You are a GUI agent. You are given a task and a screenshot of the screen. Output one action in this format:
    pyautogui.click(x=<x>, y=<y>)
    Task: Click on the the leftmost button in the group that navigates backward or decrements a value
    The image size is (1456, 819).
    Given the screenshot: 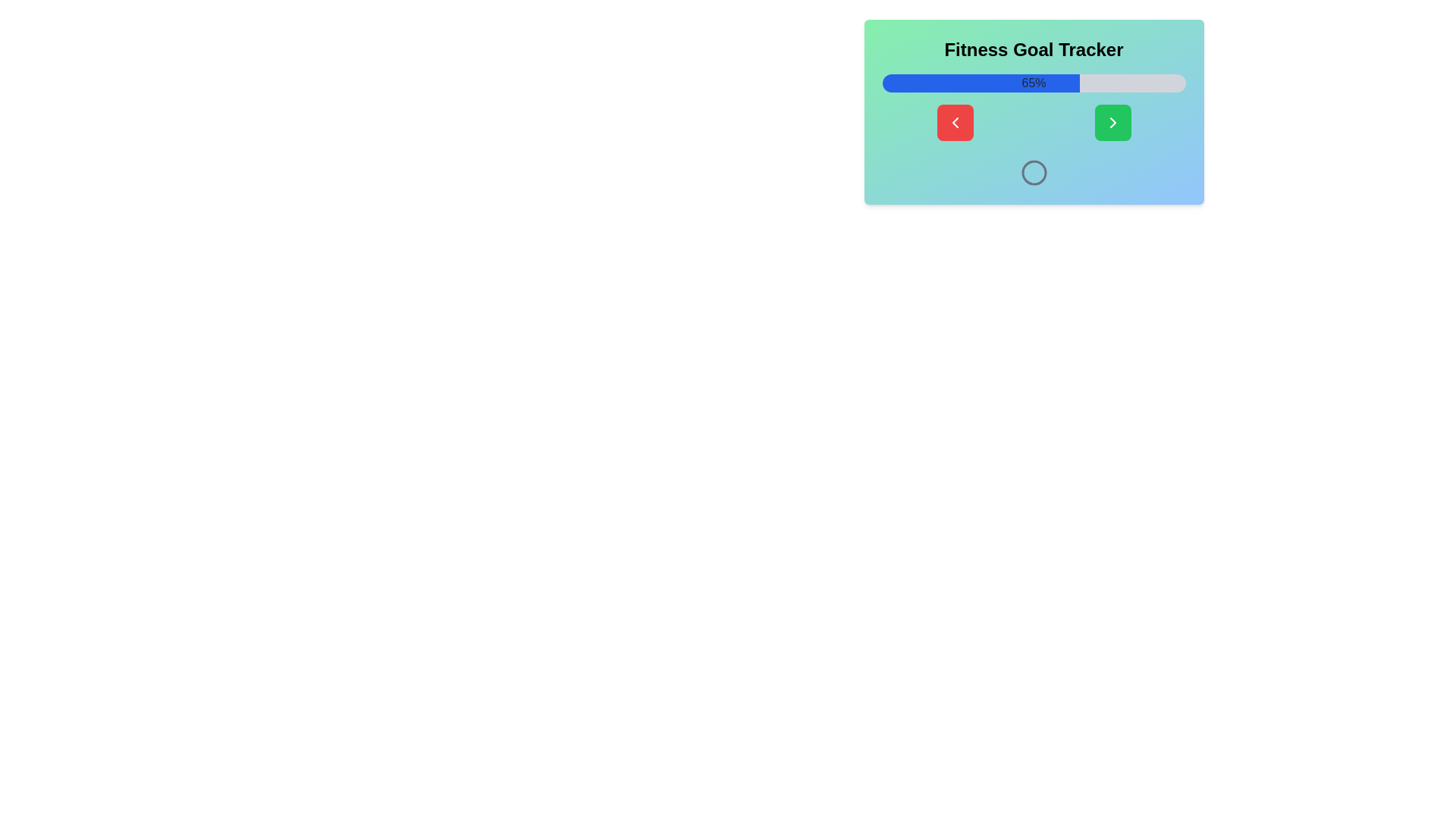 What is the action you would take?
    pyautogui.click(x=954, y=122)
    